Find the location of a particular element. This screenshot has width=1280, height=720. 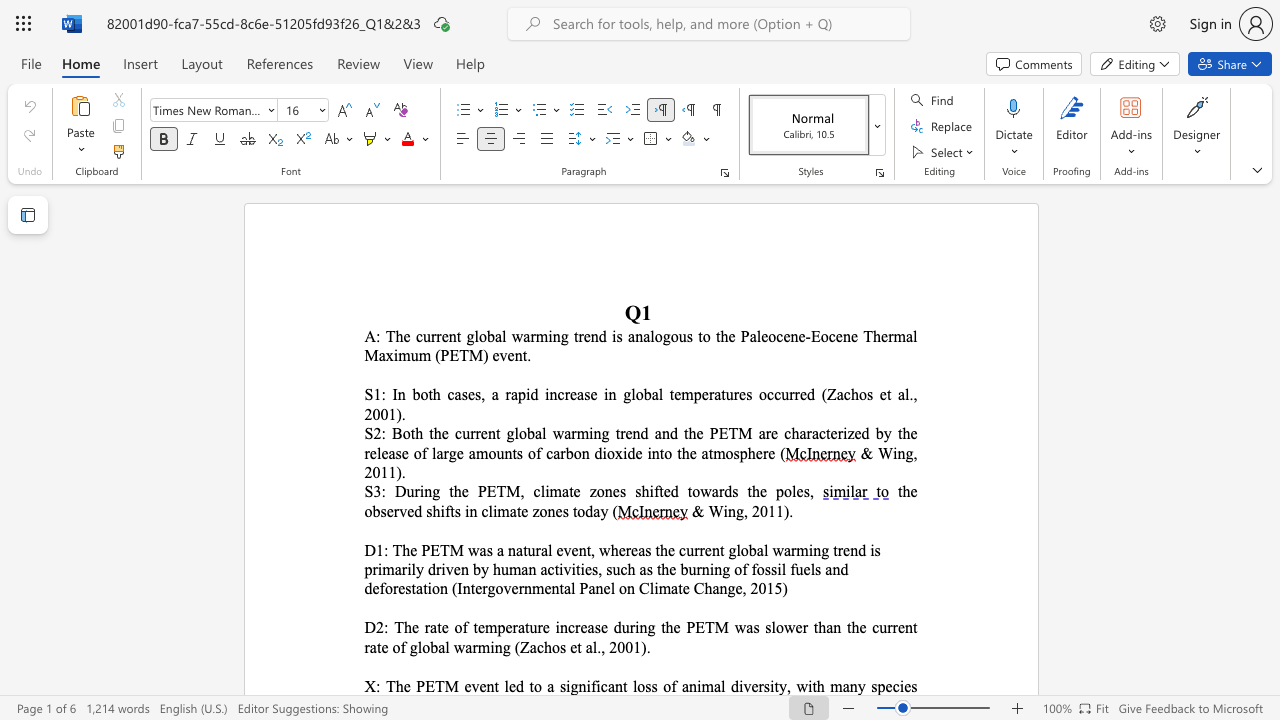

the 1th character "a" in the text is located at coordinates (538, 432).